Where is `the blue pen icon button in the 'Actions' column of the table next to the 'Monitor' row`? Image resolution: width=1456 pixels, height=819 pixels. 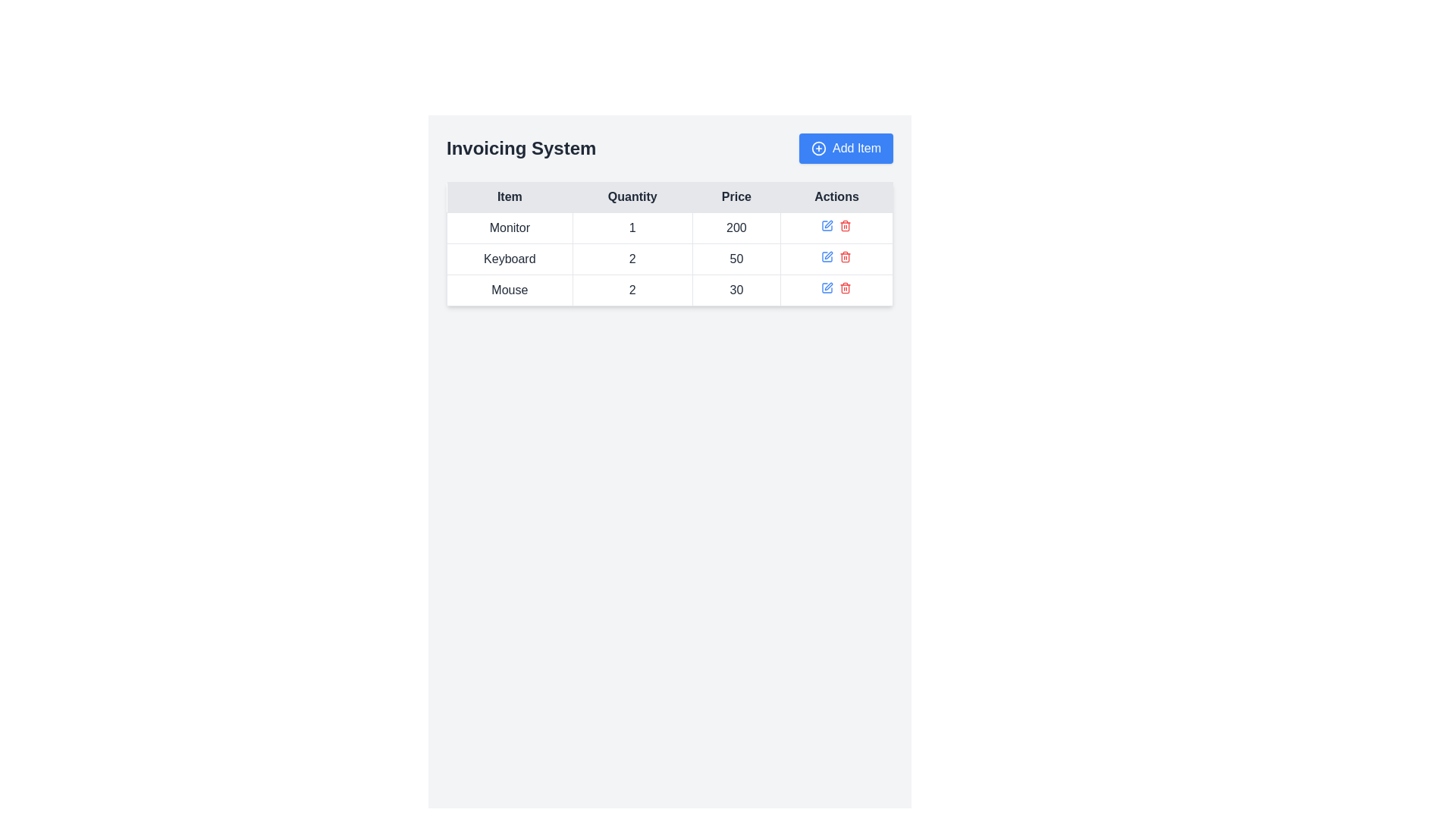 the blue pen icon button in the 'Actions' column of the table next to the 'Monitor' row is located at coordinates (827, 225).